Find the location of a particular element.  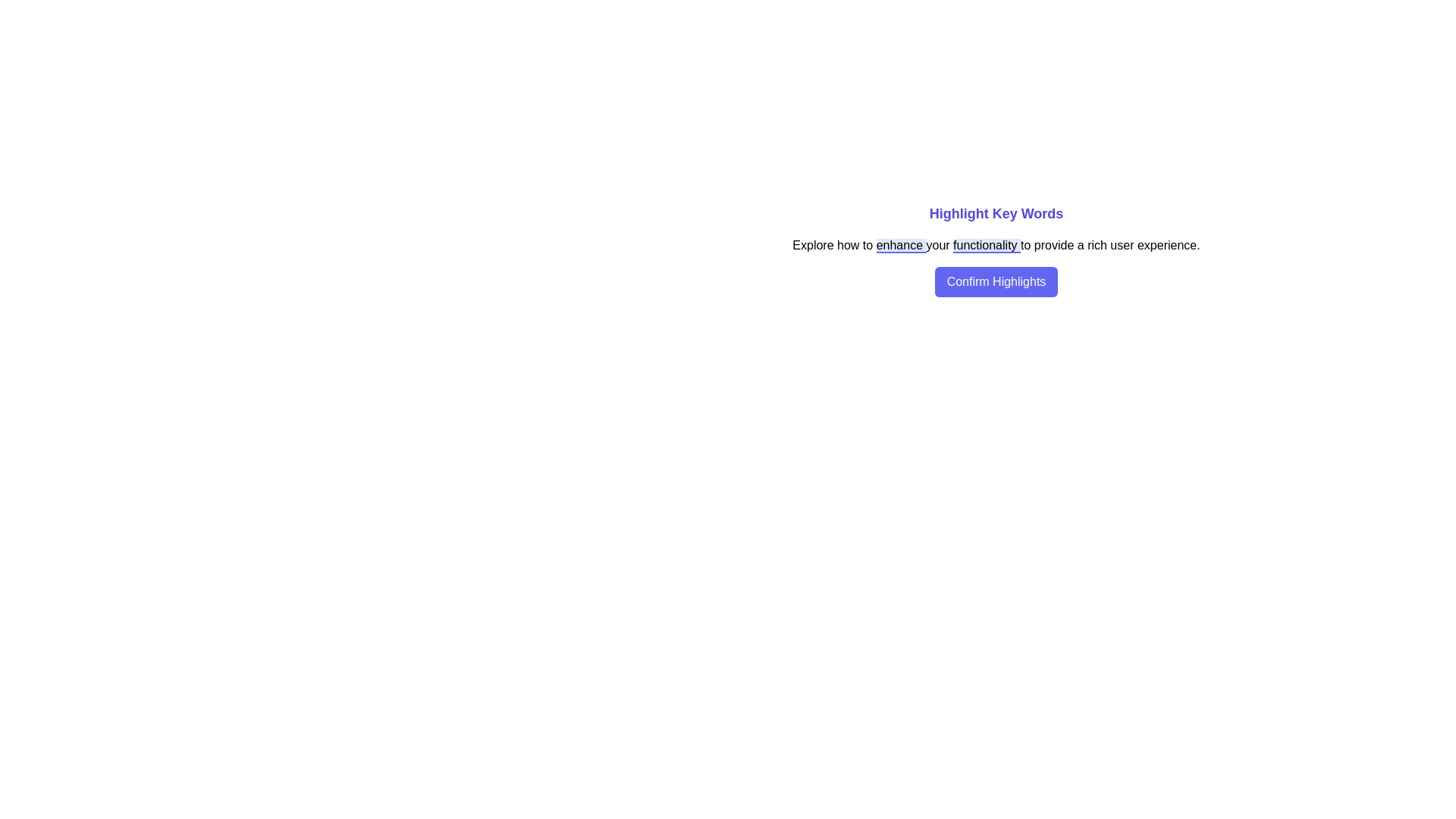

the character 'a' which is styled with a transparent bottom border and is positioned between the words 'provide' and 'rich' is located at coordinates (1081, 245).